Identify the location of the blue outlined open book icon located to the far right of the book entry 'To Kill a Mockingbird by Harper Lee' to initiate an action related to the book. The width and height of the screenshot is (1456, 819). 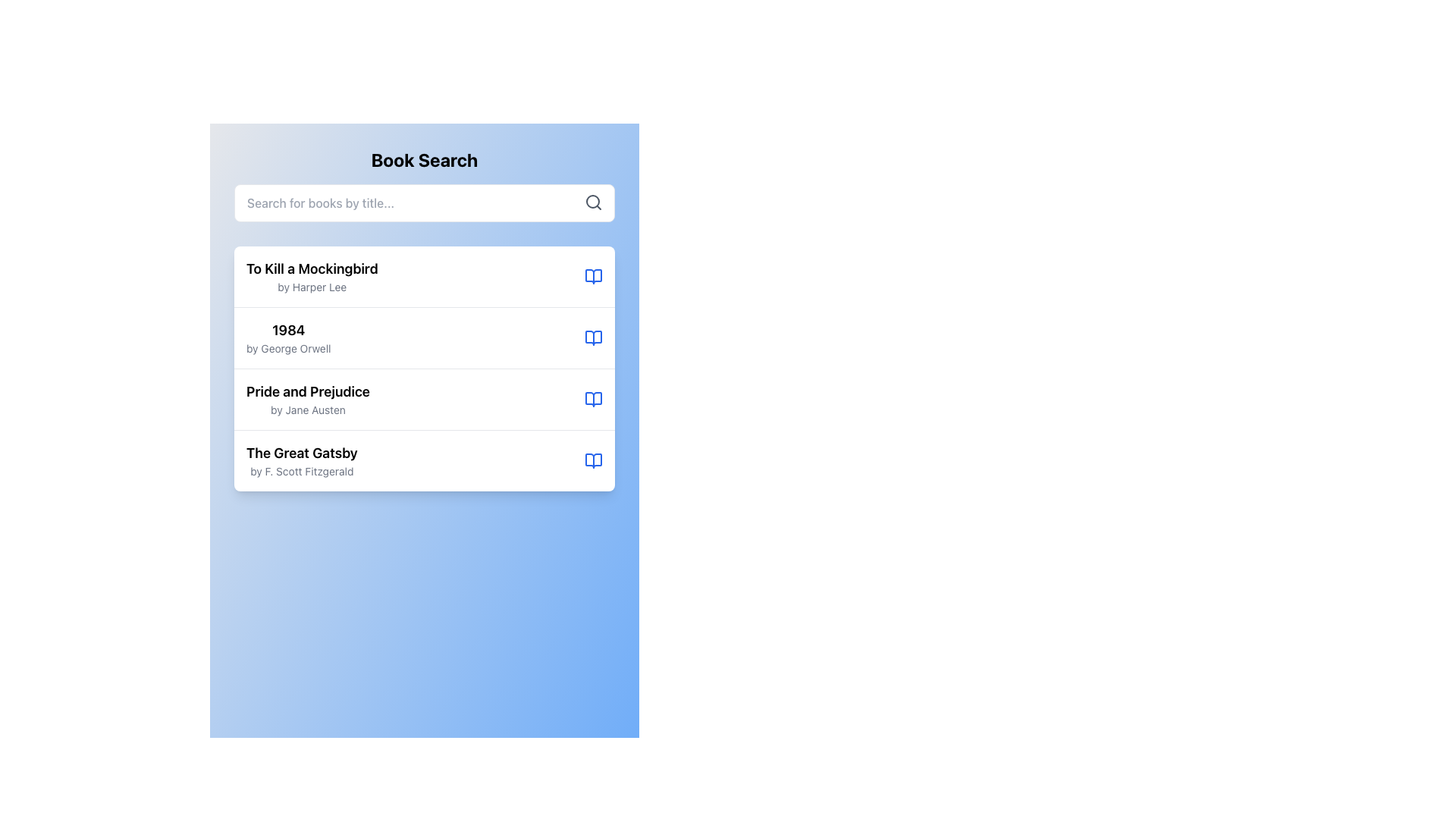
(592, 277).